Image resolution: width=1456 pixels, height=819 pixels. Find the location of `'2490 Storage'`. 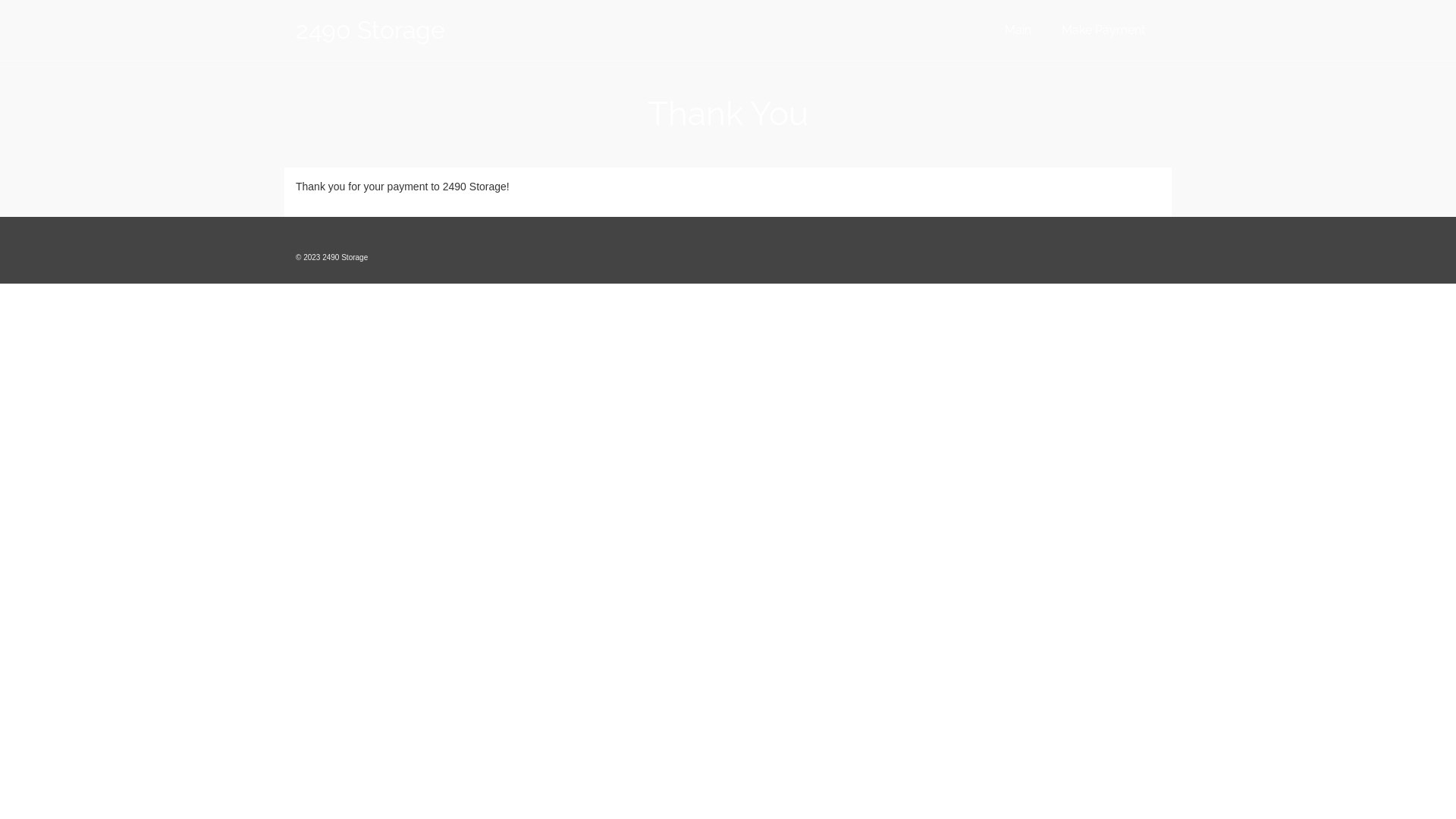

'2490 Storage' is located at coordinates (431, 30).